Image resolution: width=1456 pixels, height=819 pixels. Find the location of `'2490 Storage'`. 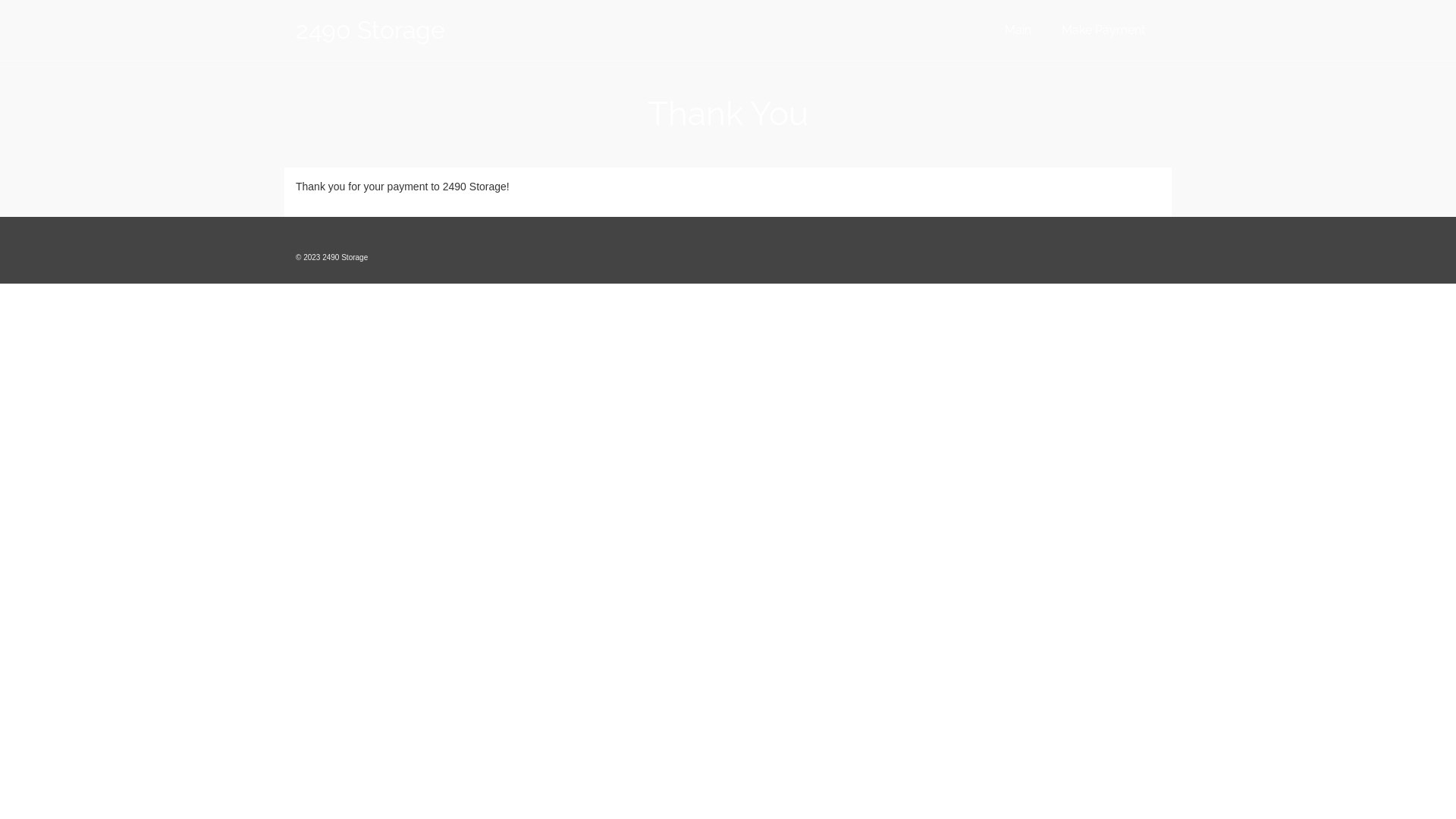

'2490 Storage' is located at coordinates (431, 30).